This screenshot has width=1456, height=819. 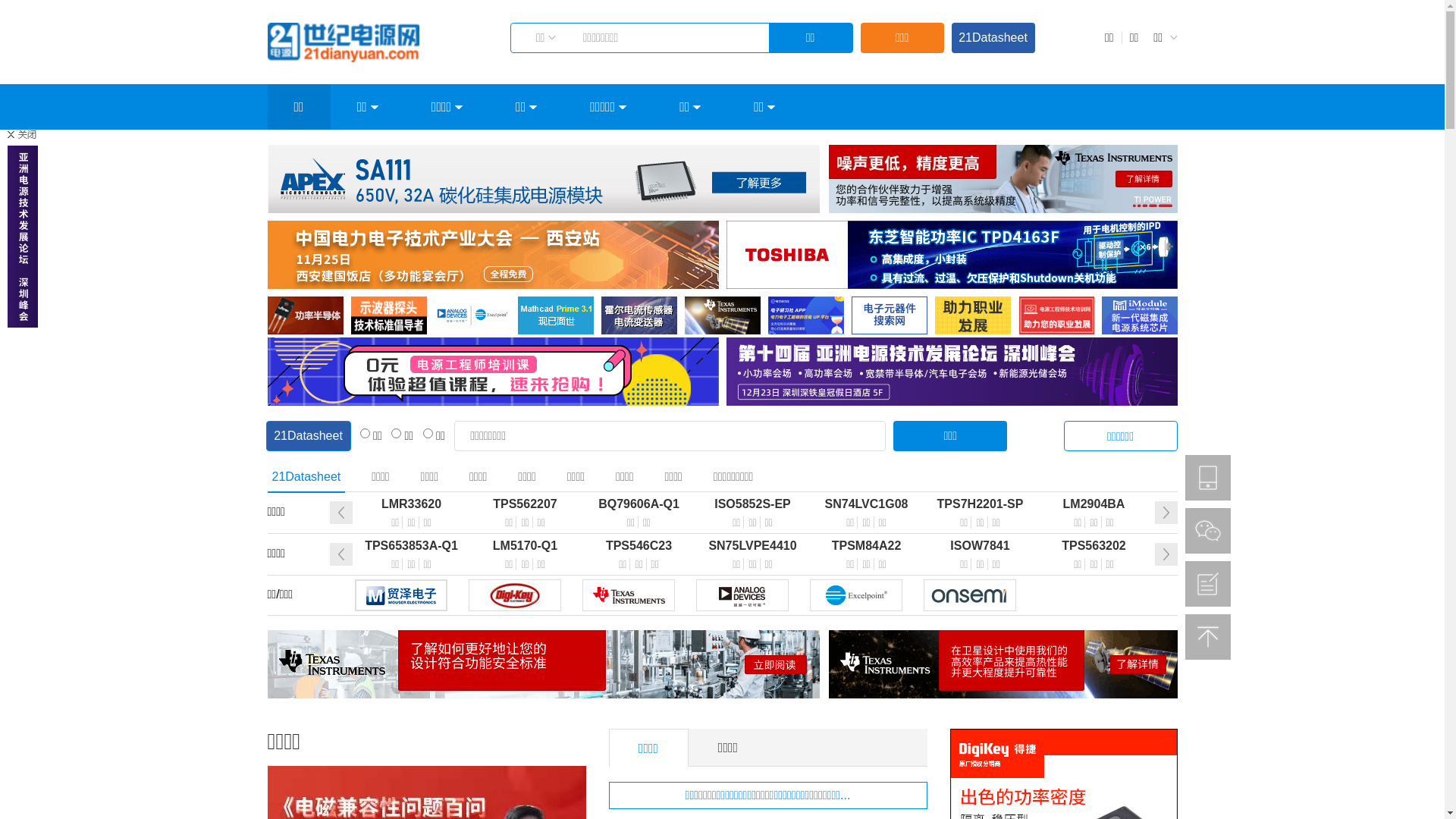 I want to click on 'SN75LVPE4410', so click(x=753, y=546).